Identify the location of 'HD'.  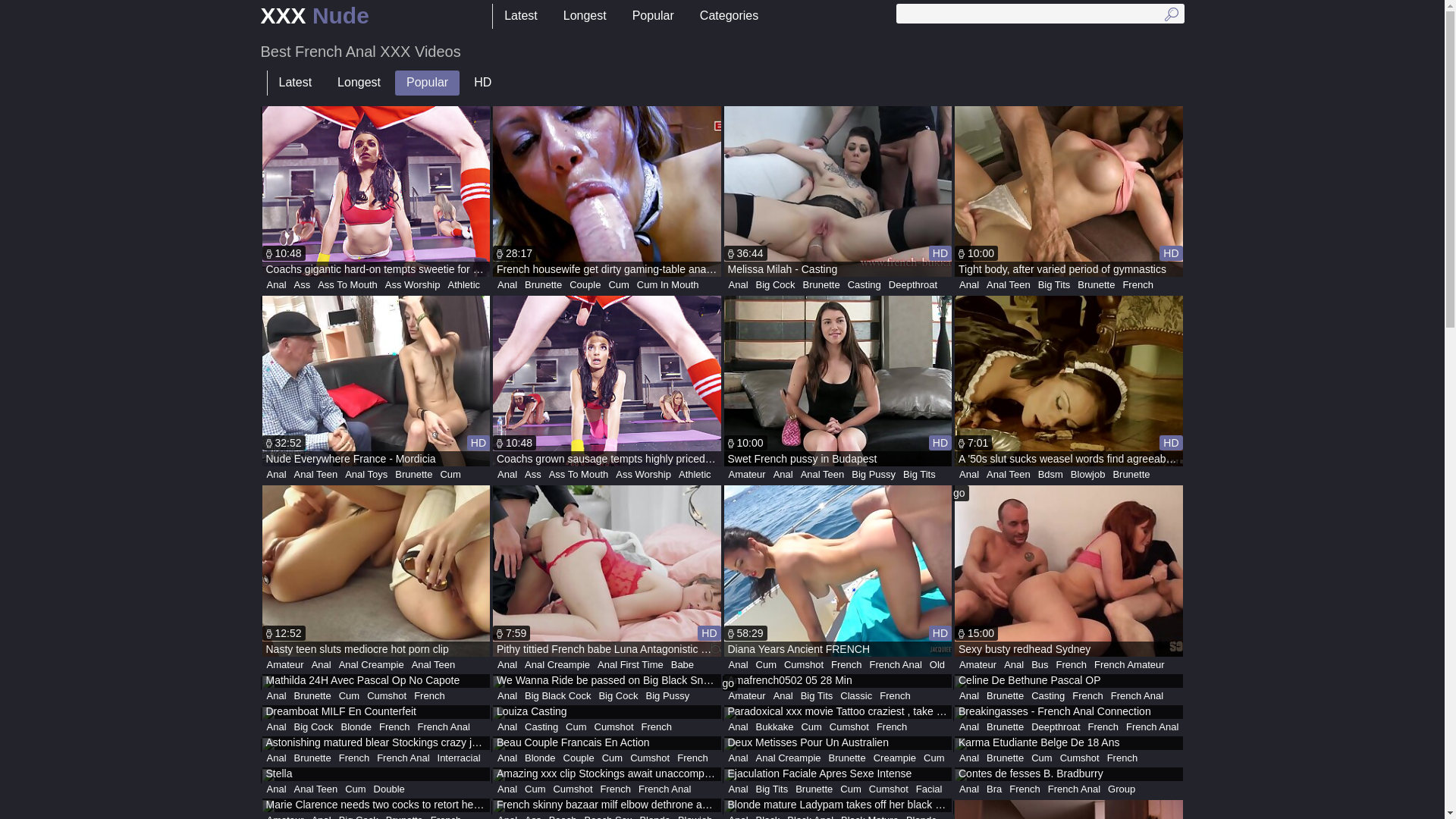
(482, 83).